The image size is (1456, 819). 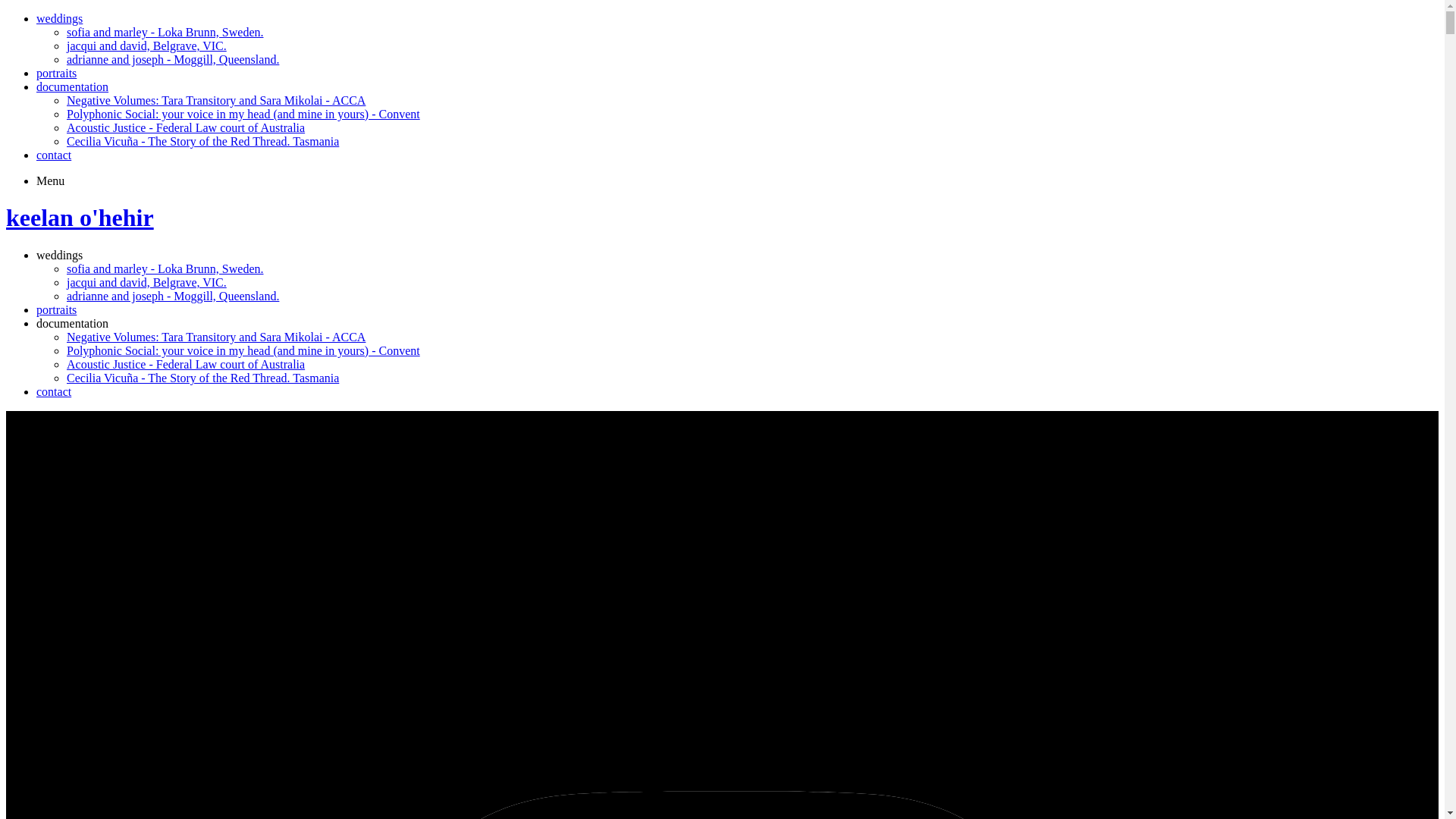 I want to click on 'keelan o'hehir', so click(x=79, y=217).